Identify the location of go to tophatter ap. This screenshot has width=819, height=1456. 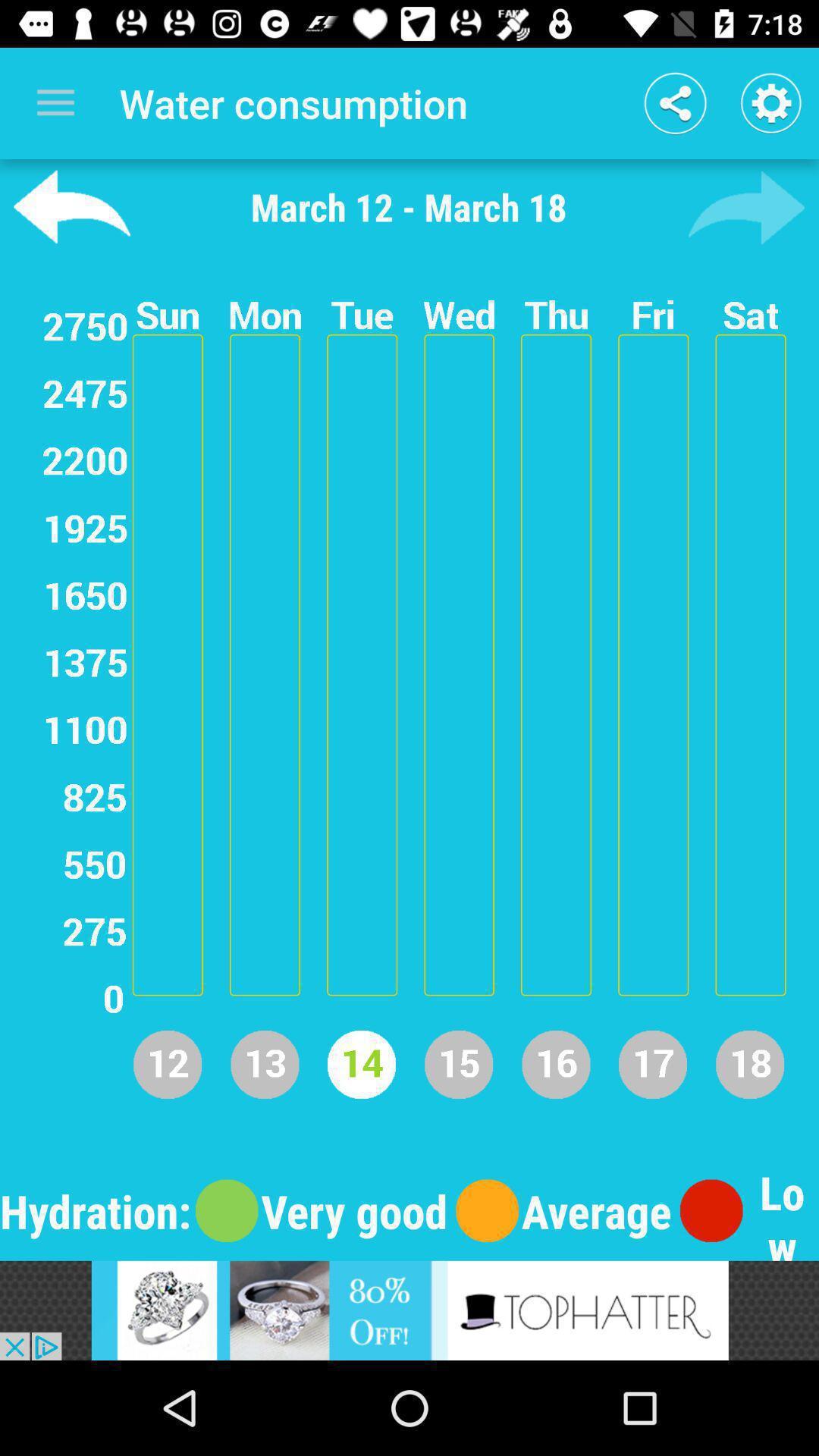
(409, 1310).